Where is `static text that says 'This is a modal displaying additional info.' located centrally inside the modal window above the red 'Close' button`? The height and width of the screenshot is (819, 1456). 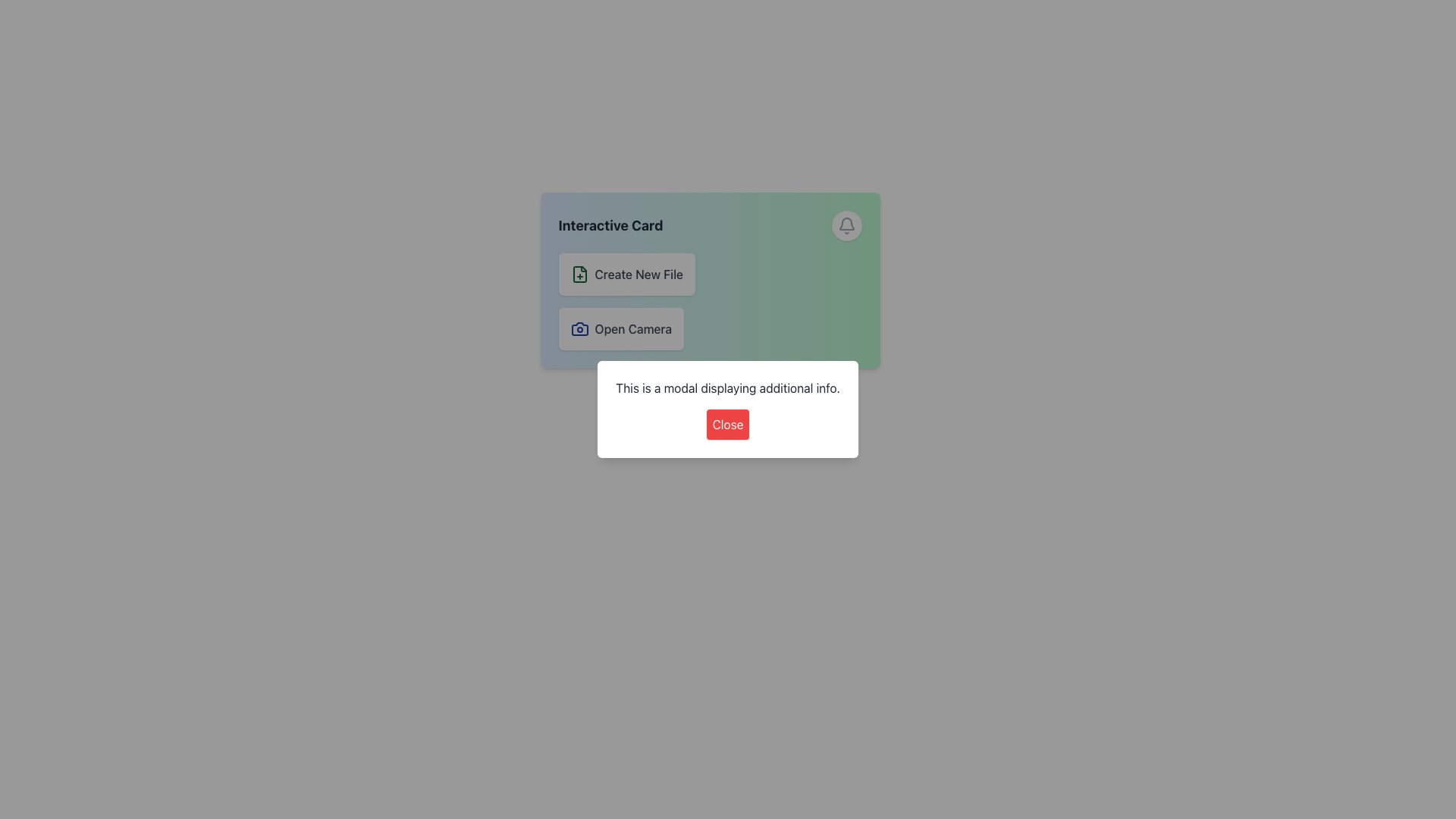 static text that says 'This is a modal displaying additional info.' located centrally inside the modal window above the red 'Close' button is located at coordinates (728, 388).